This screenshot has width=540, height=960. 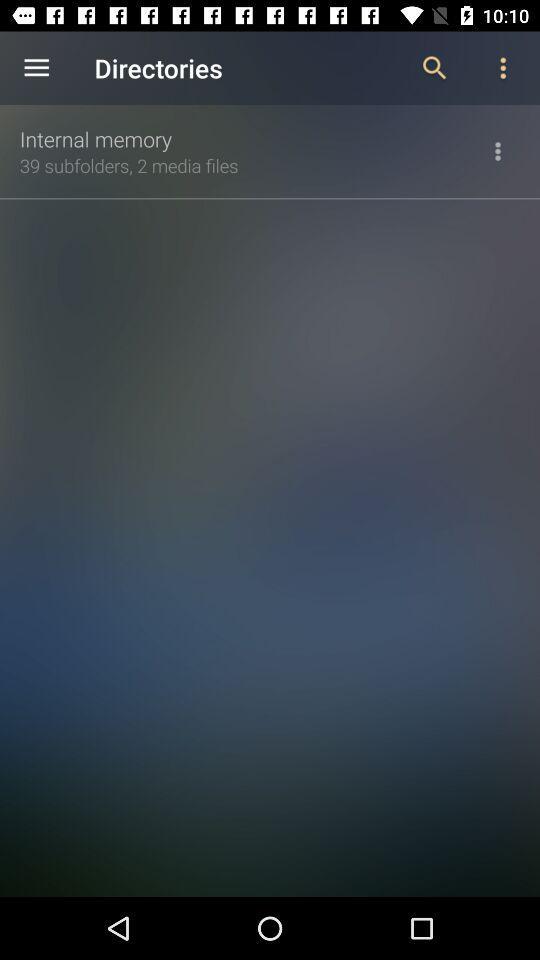 I want to click on icon to the right of 39 subfolders 2, so click(x=496, y=150).